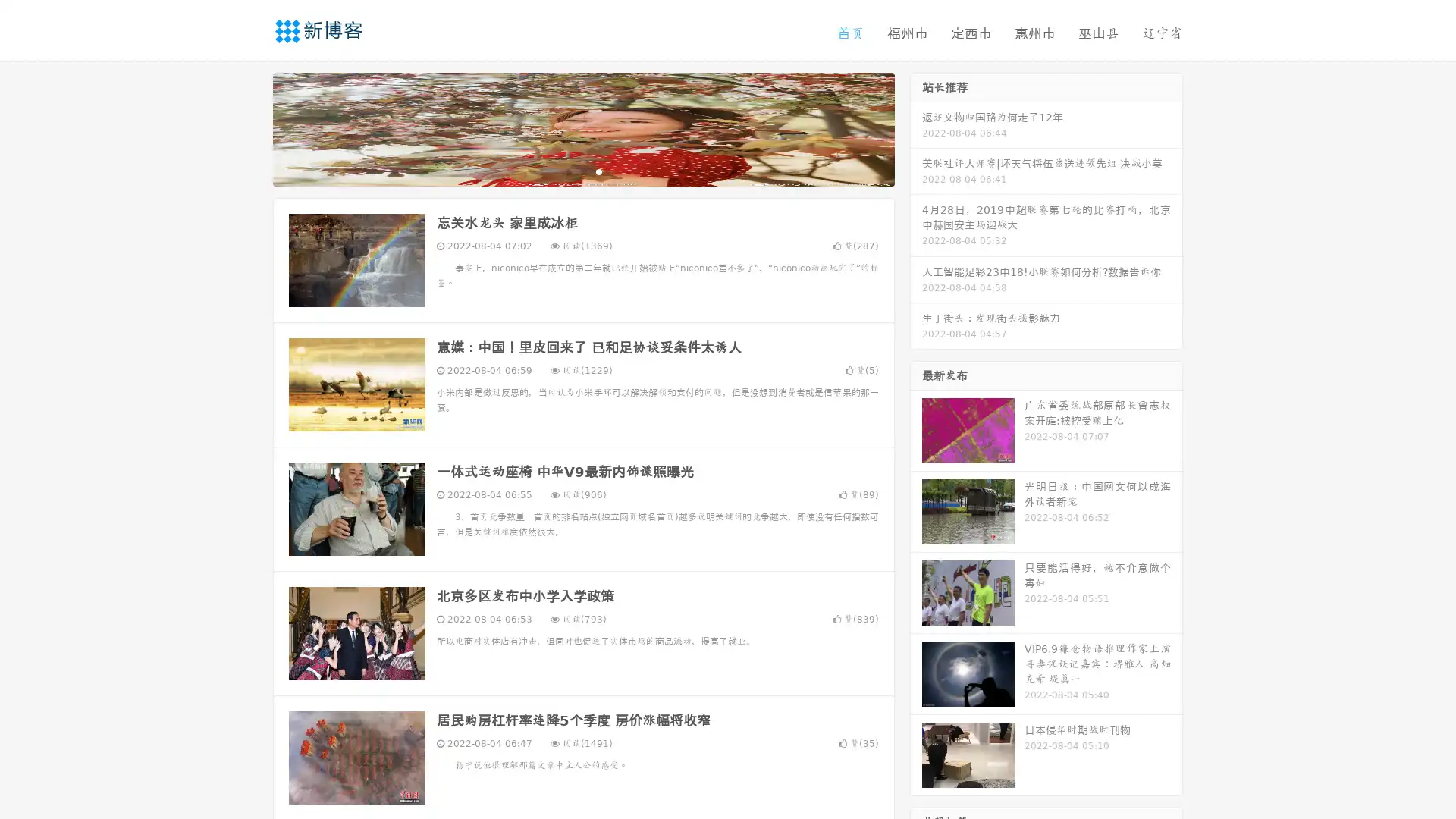  I want to click on Previous slide, so click(250, 127).